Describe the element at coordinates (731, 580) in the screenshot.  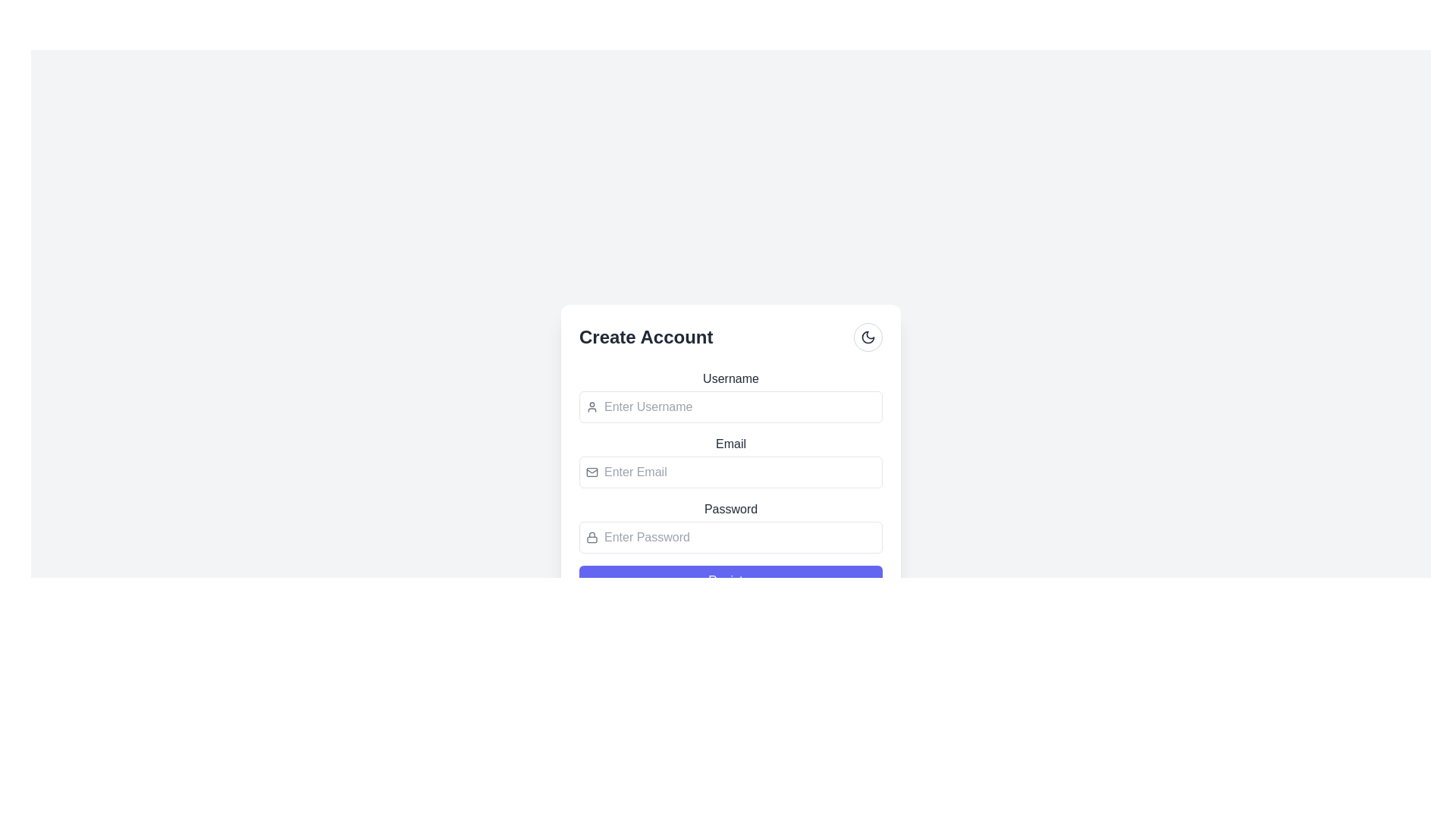
I see `the 'Register' button with a purple background and white text` at that location.